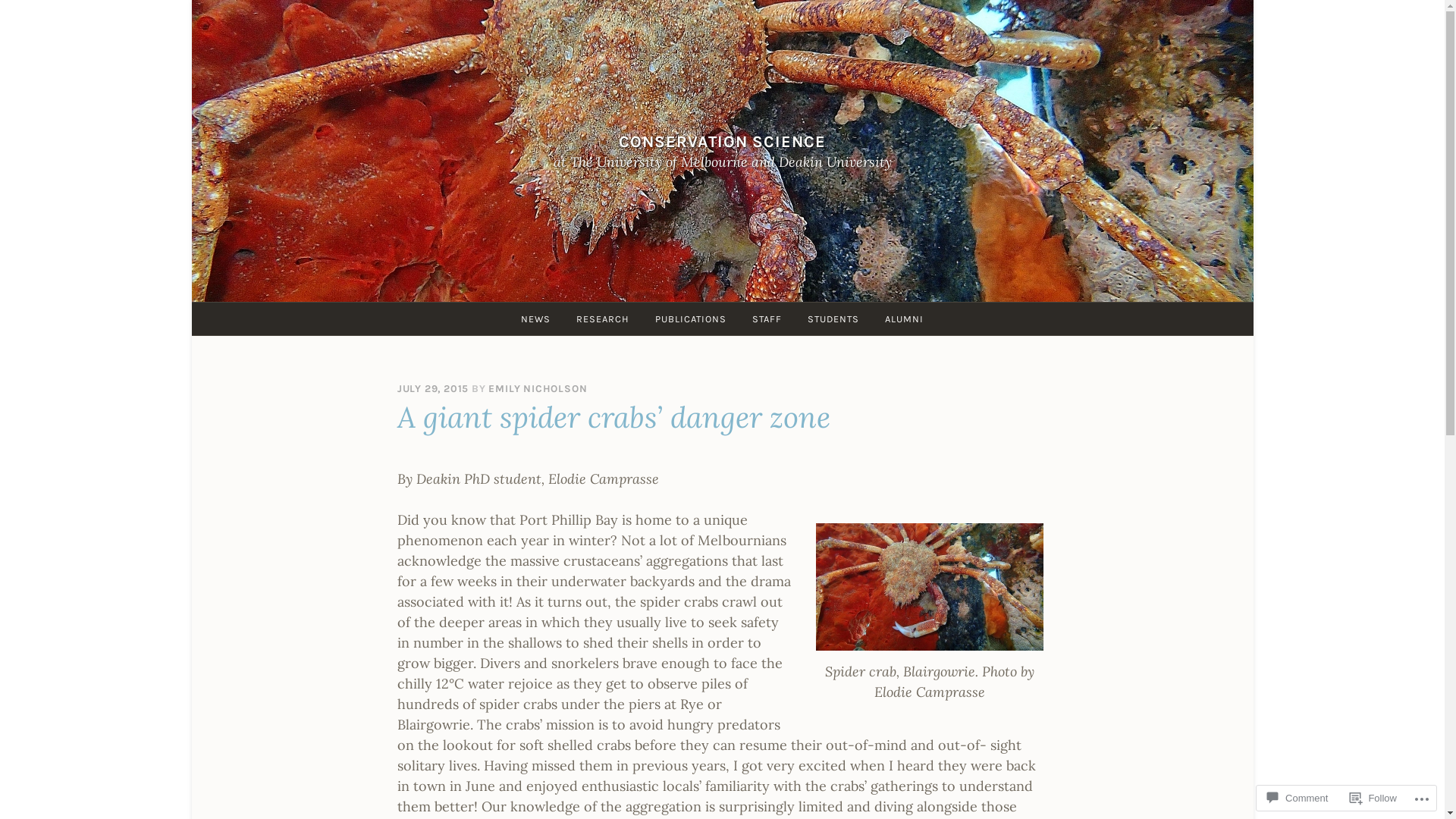 The height and width of the screenshot is (819, 1456). What do you see at coordinates (535, 318) in the screenshot?
I see `'NEWS'` at bounding box center [535, 318].